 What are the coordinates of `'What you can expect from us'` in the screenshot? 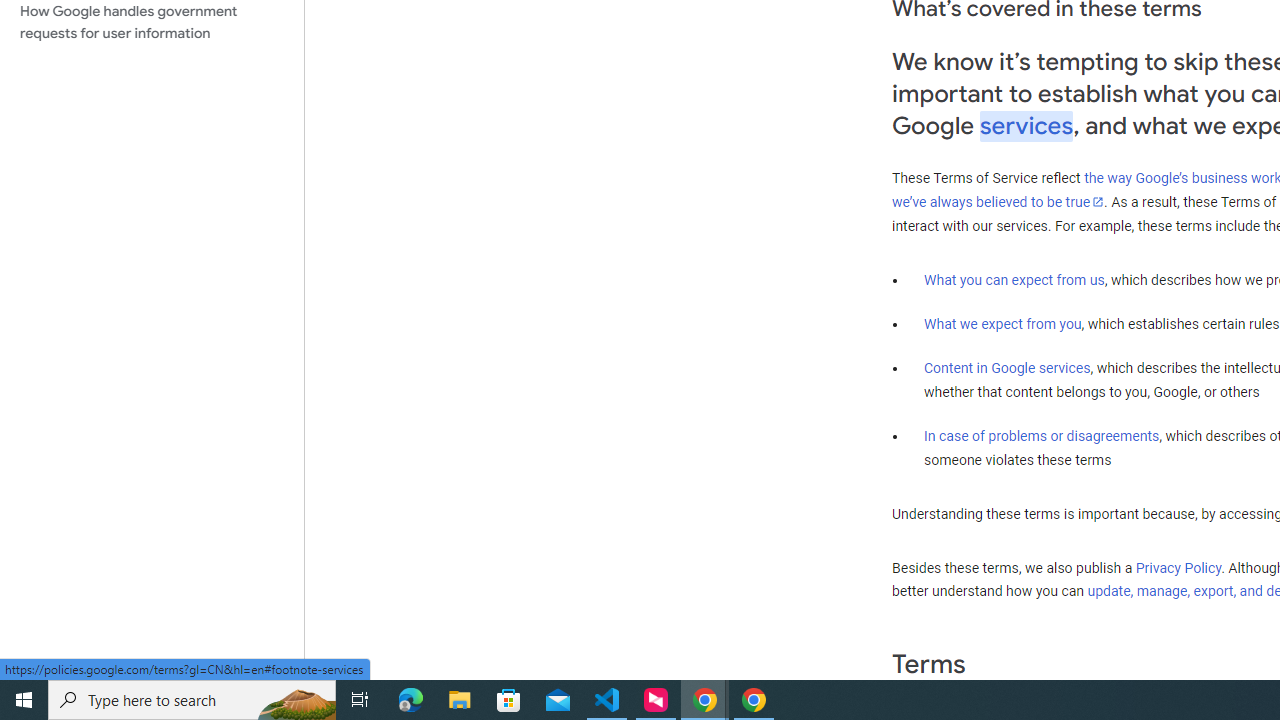 It's located at (1014, 279).